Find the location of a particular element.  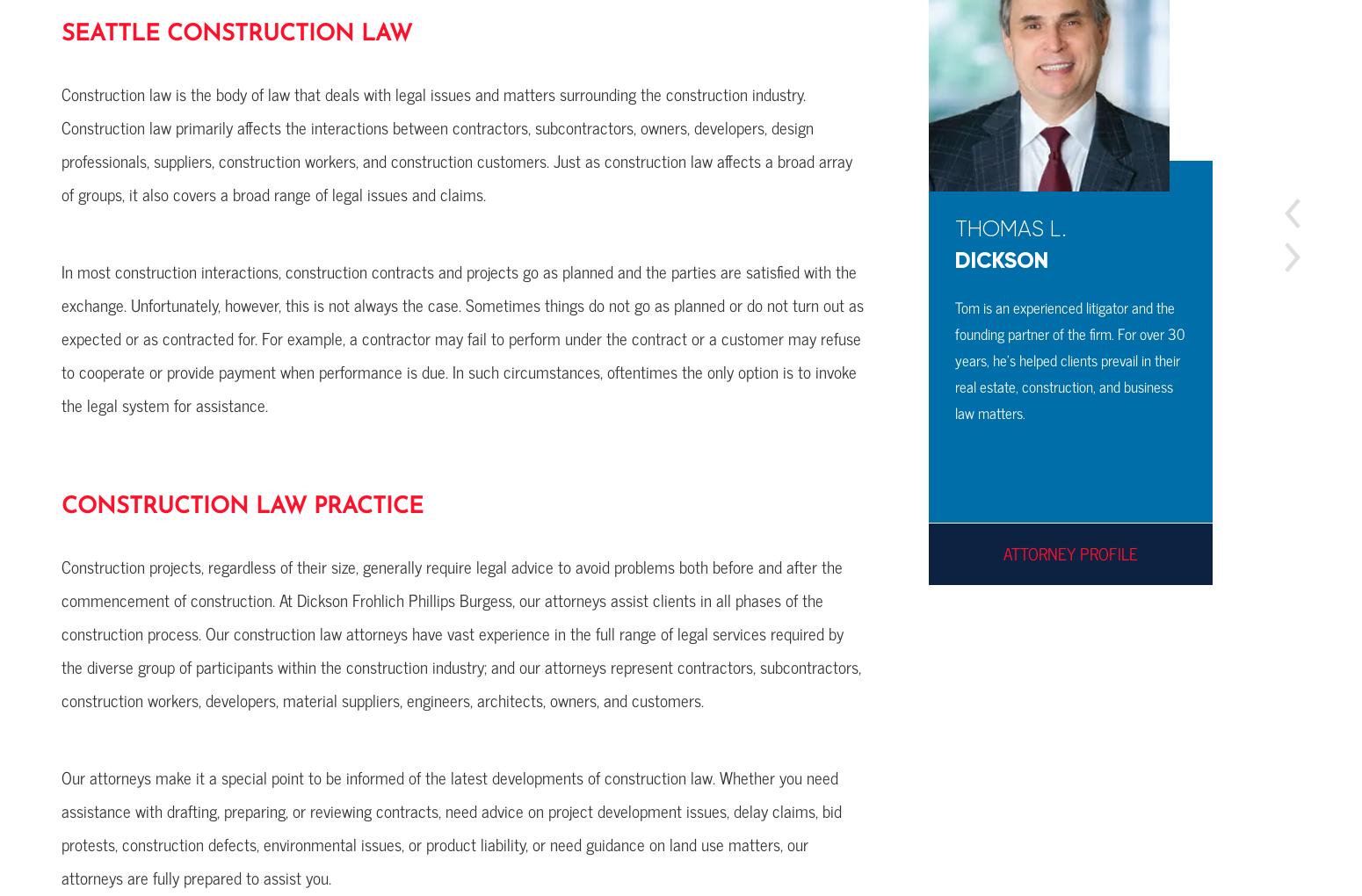

'Construction Law Practice' is located at coordinates (243, 507).